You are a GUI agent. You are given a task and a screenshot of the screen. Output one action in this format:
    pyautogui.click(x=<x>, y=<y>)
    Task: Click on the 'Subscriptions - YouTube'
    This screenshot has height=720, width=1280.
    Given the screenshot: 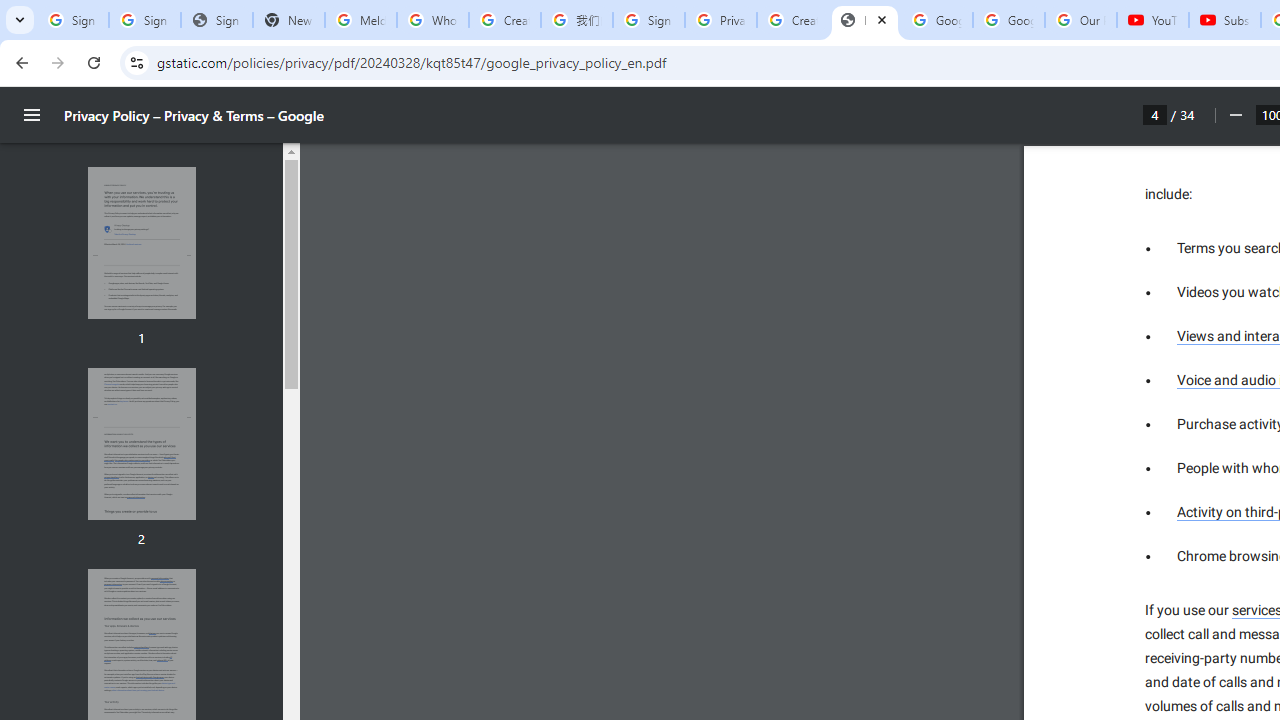 What is the action you would take?
    pyautogui.click(x=1223, y=20)
    